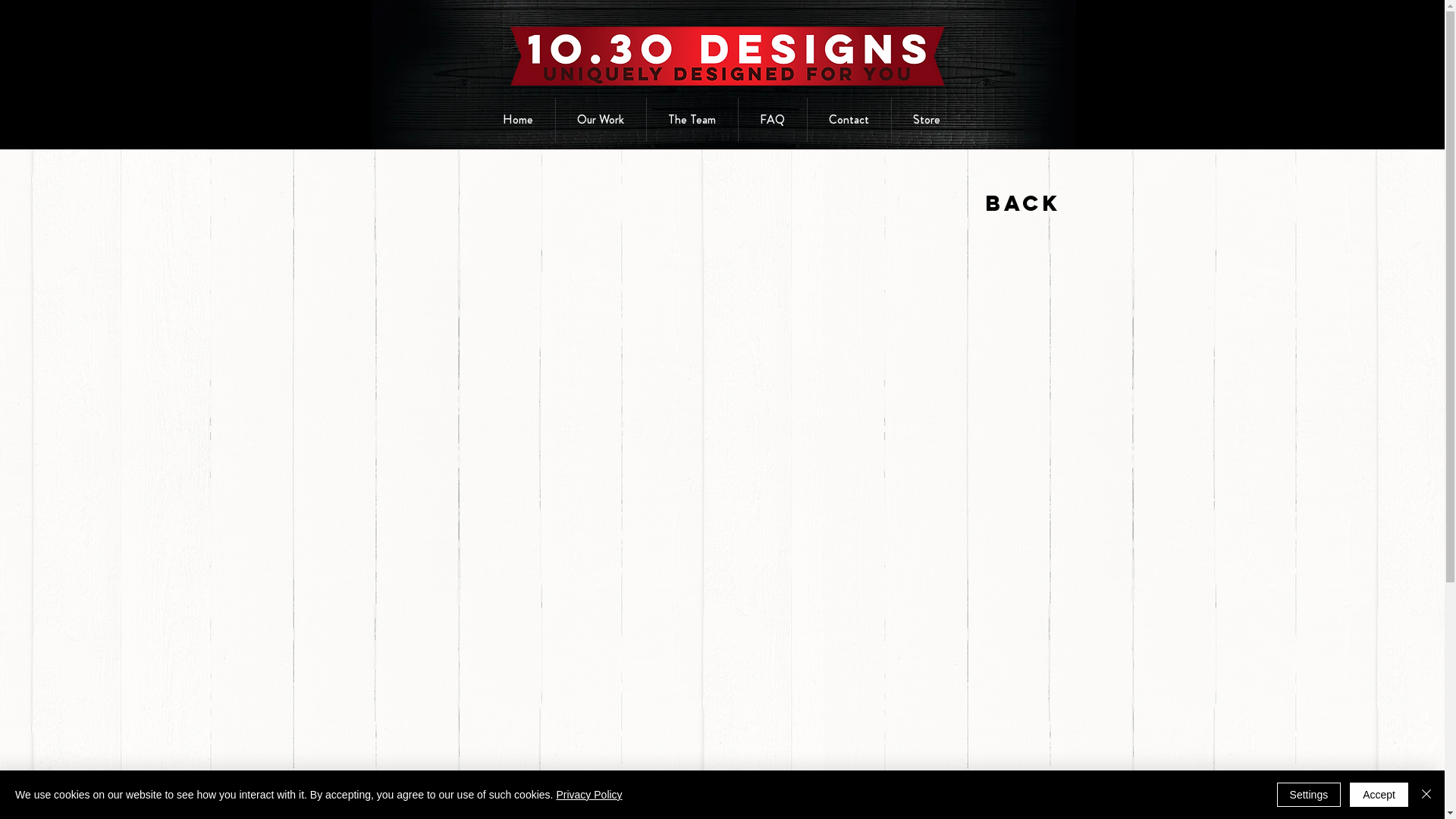 The image size is (1456, 819). Describe the element at coordinates (806, 119) in the screenshot. I see `'Contact'` at that location.